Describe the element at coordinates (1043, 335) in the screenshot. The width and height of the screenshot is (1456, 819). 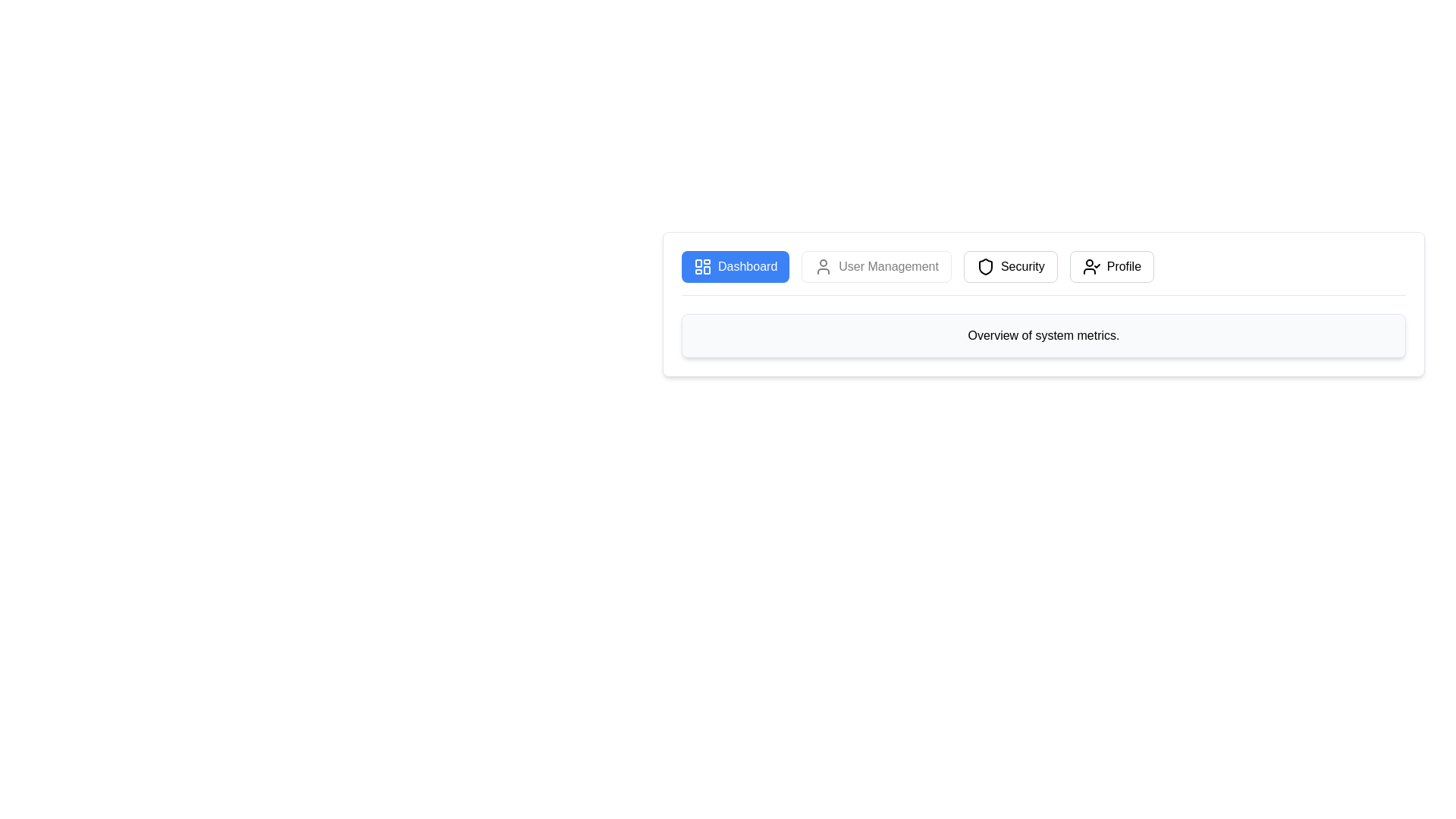
I see `the informational text box with the text 'Overview of system metrics.' which is a rectangular component with rounded corners and a light gray background` at that location.